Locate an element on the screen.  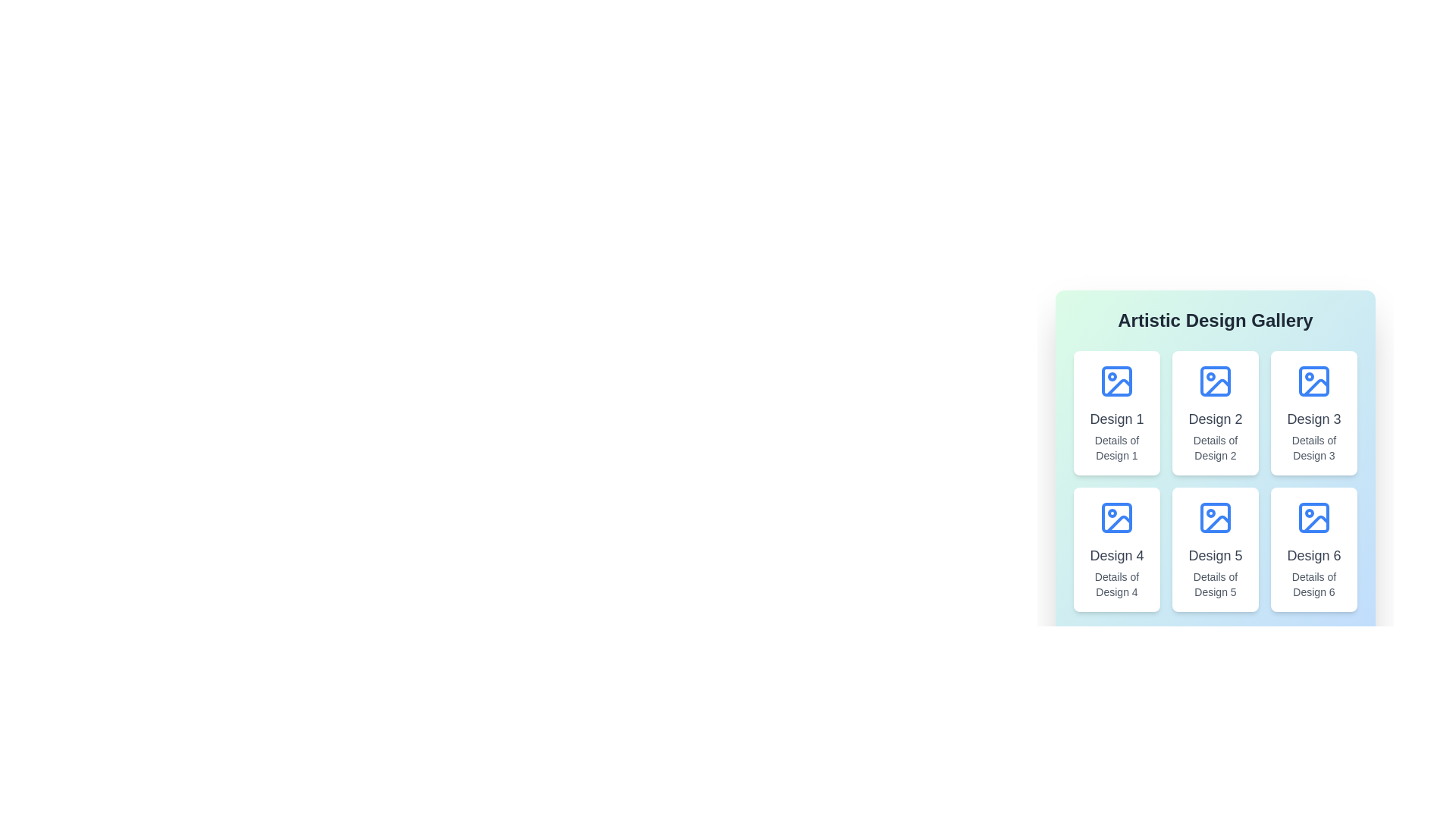
the decorative graphical element within the image icon located in the 'Design 3' card in the design gallery is located at coordinates (1313, 380).